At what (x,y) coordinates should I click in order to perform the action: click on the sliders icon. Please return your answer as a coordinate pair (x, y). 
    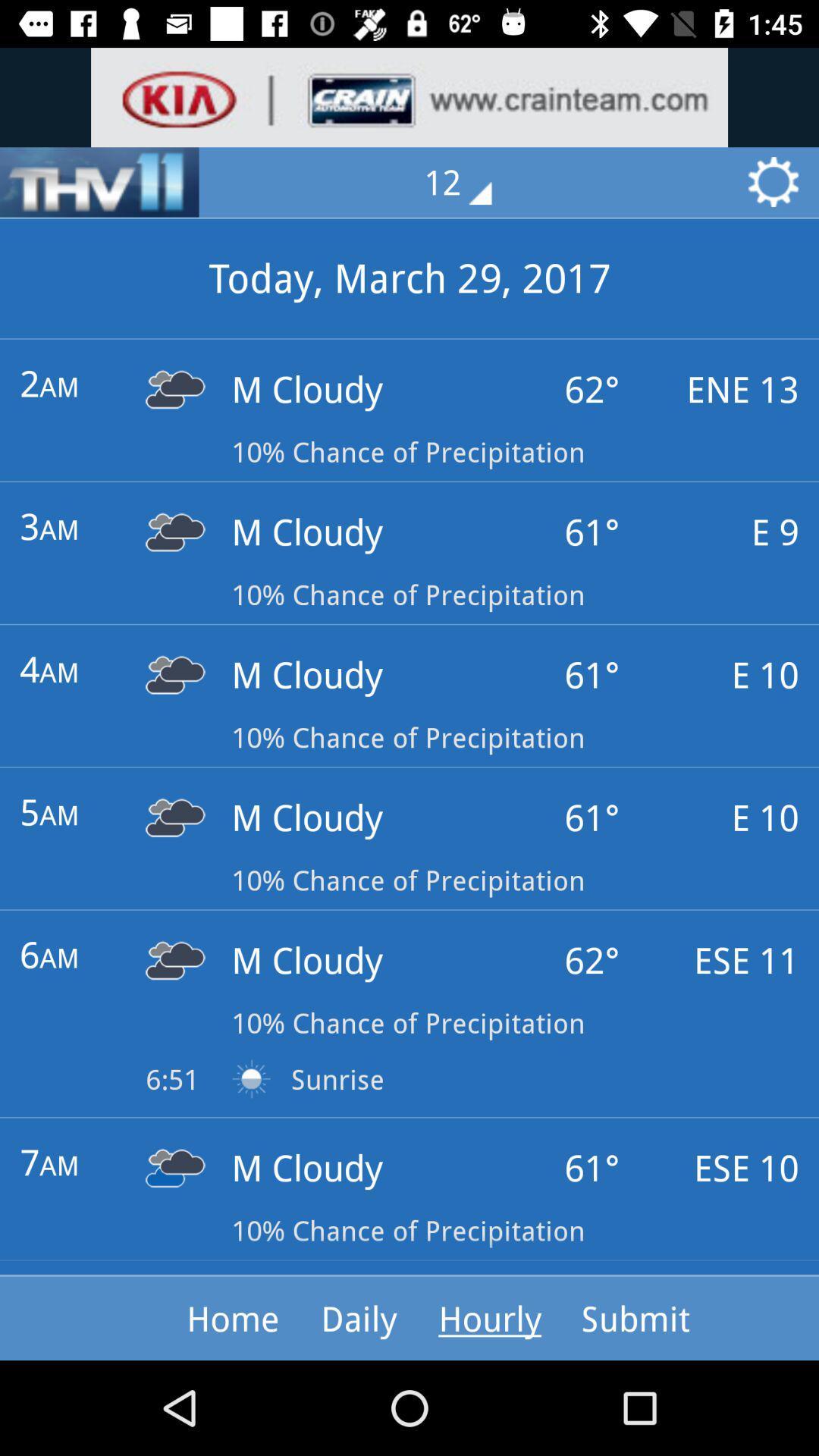
    Looking at the image, I should click on (99, 182).